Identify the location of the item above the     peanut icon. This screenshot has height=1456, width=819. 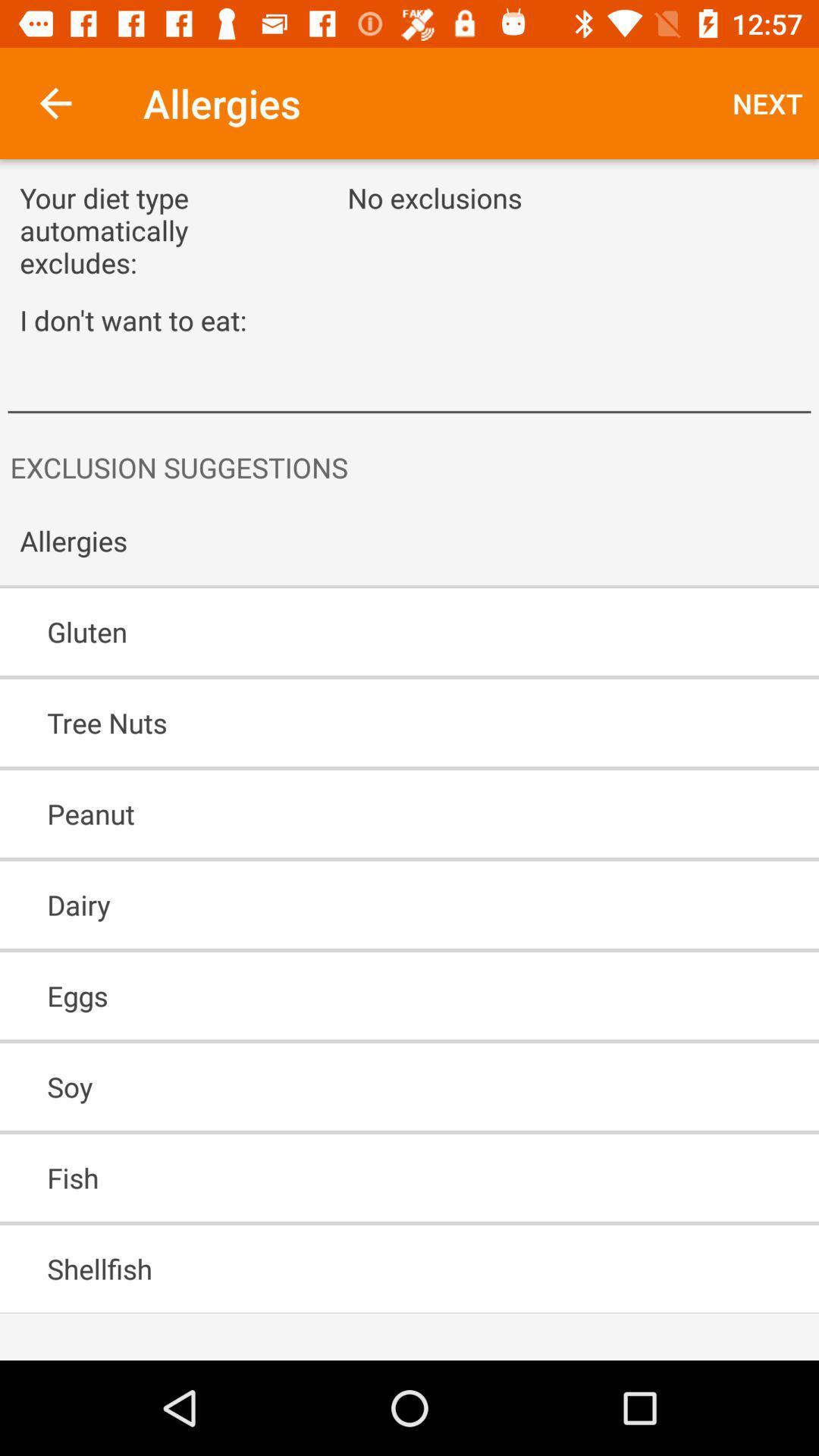
(366, 722).